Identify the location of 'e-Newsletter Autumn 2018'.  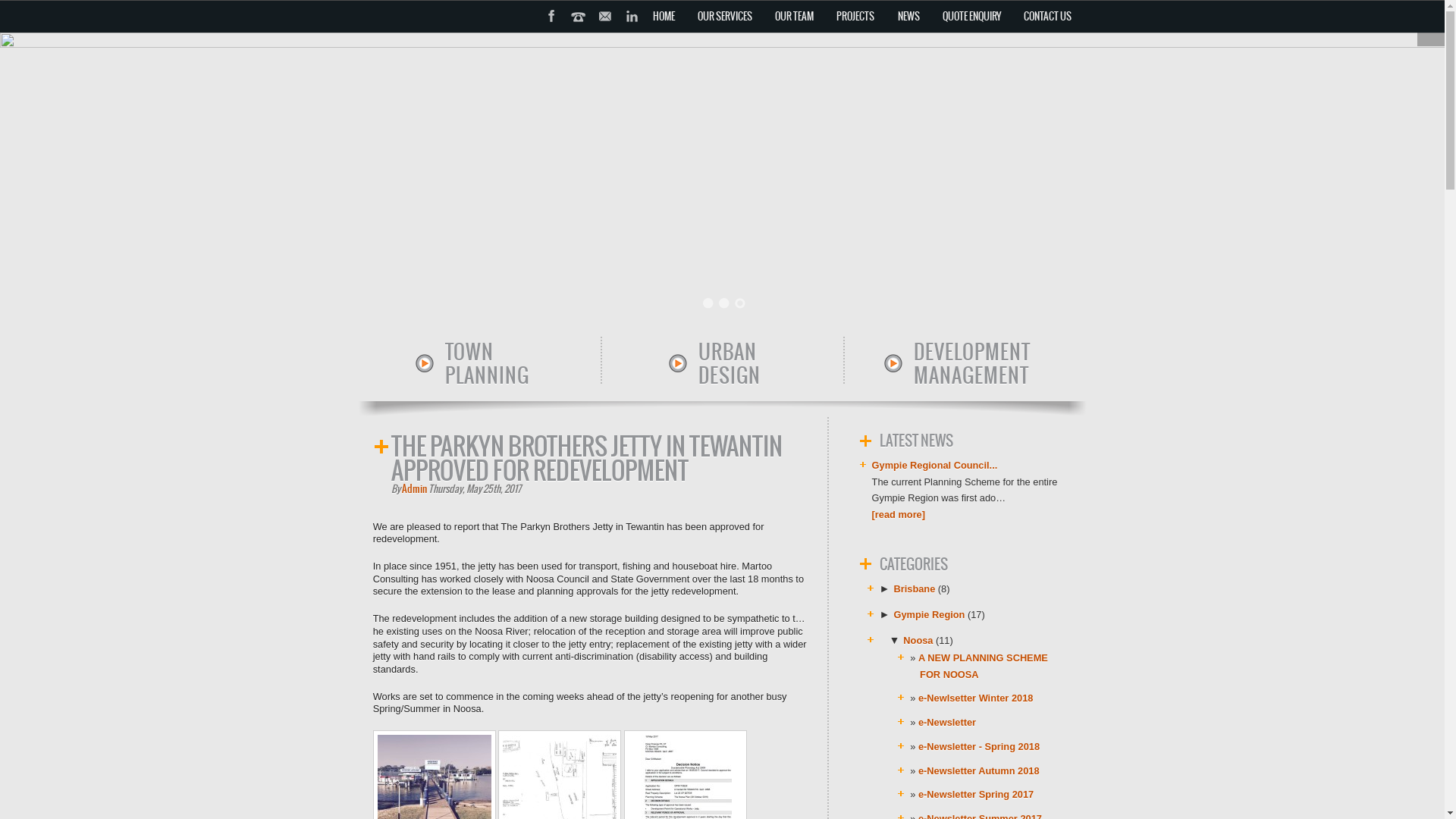
(979, 770).